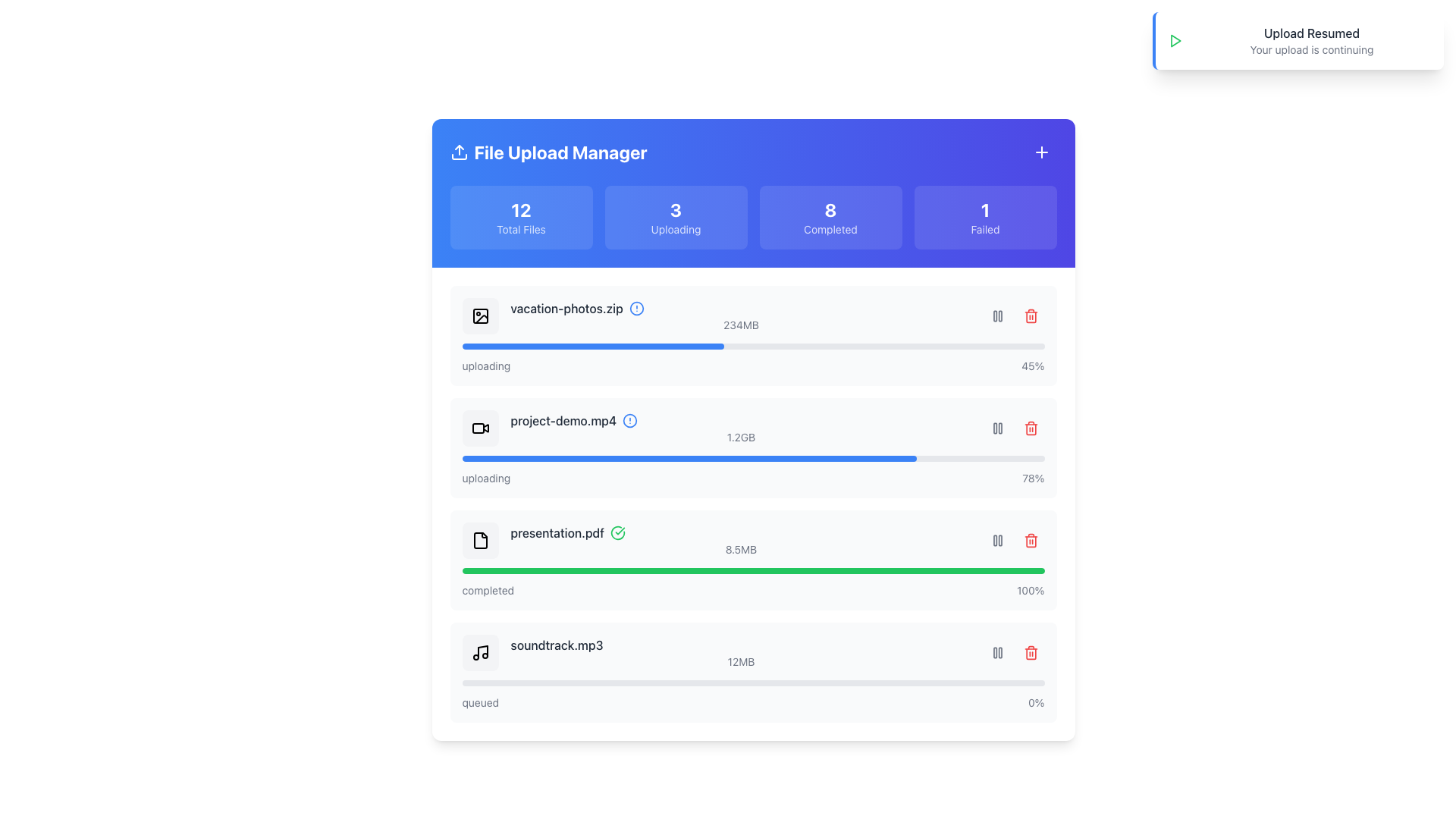 Image resolution: width=1456 pixels, height=819 pixels. What do you see at coordinates (479, 702) in the screenshot?
I see `the non-interactive text label indicating the status of the file 'soundtrack.mp3' as 'queued', located at the bottom-left of the content row before the text '0%'` at bounding box center [479, 702].